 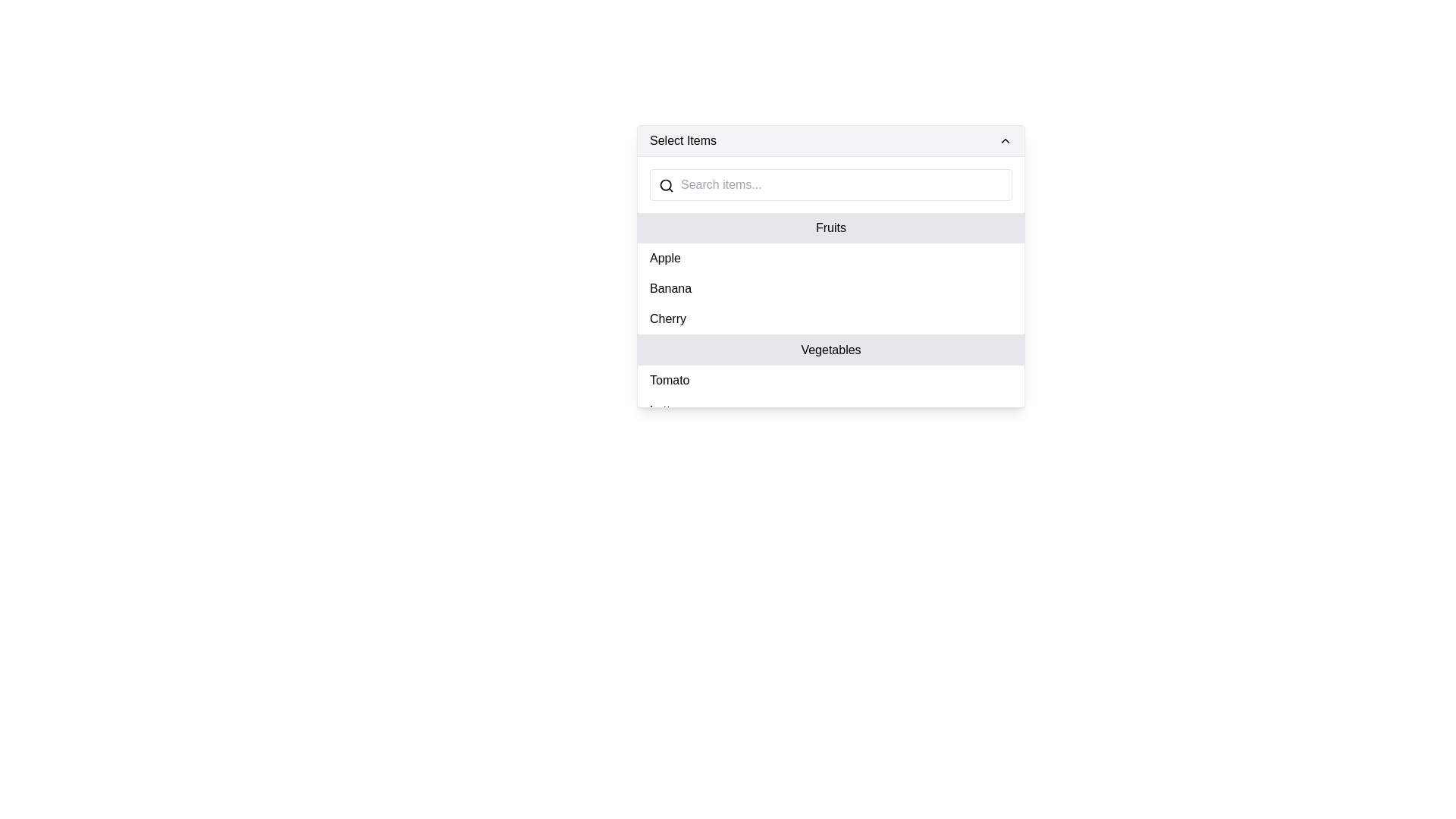 What do you see at coordinates (669, 379) in the screenshot?
I see `the 'Tomato' text label` at bounding box center [669, 379].